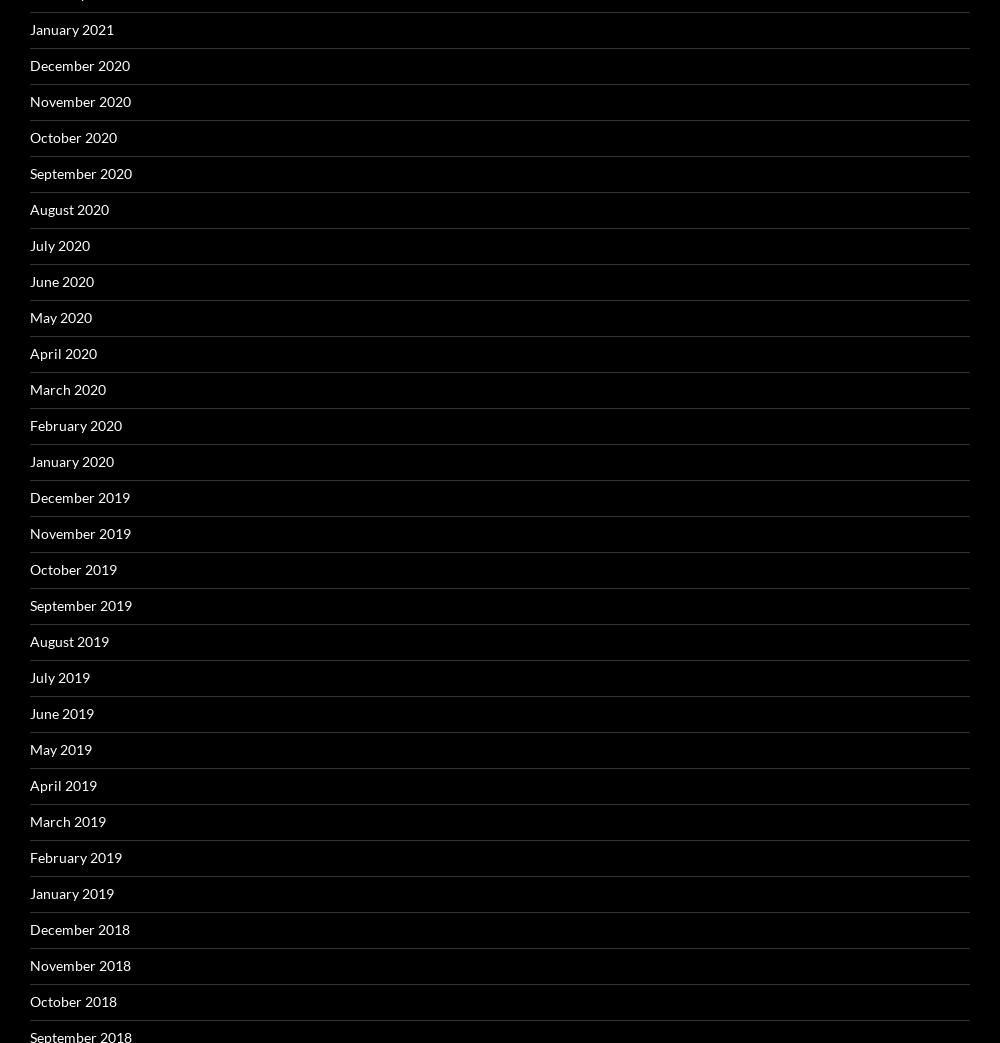 The image size is (1000, 1043). Describe the element at coordinates (75, 857) in the screenshot. I see `'February 2019'` at that location.